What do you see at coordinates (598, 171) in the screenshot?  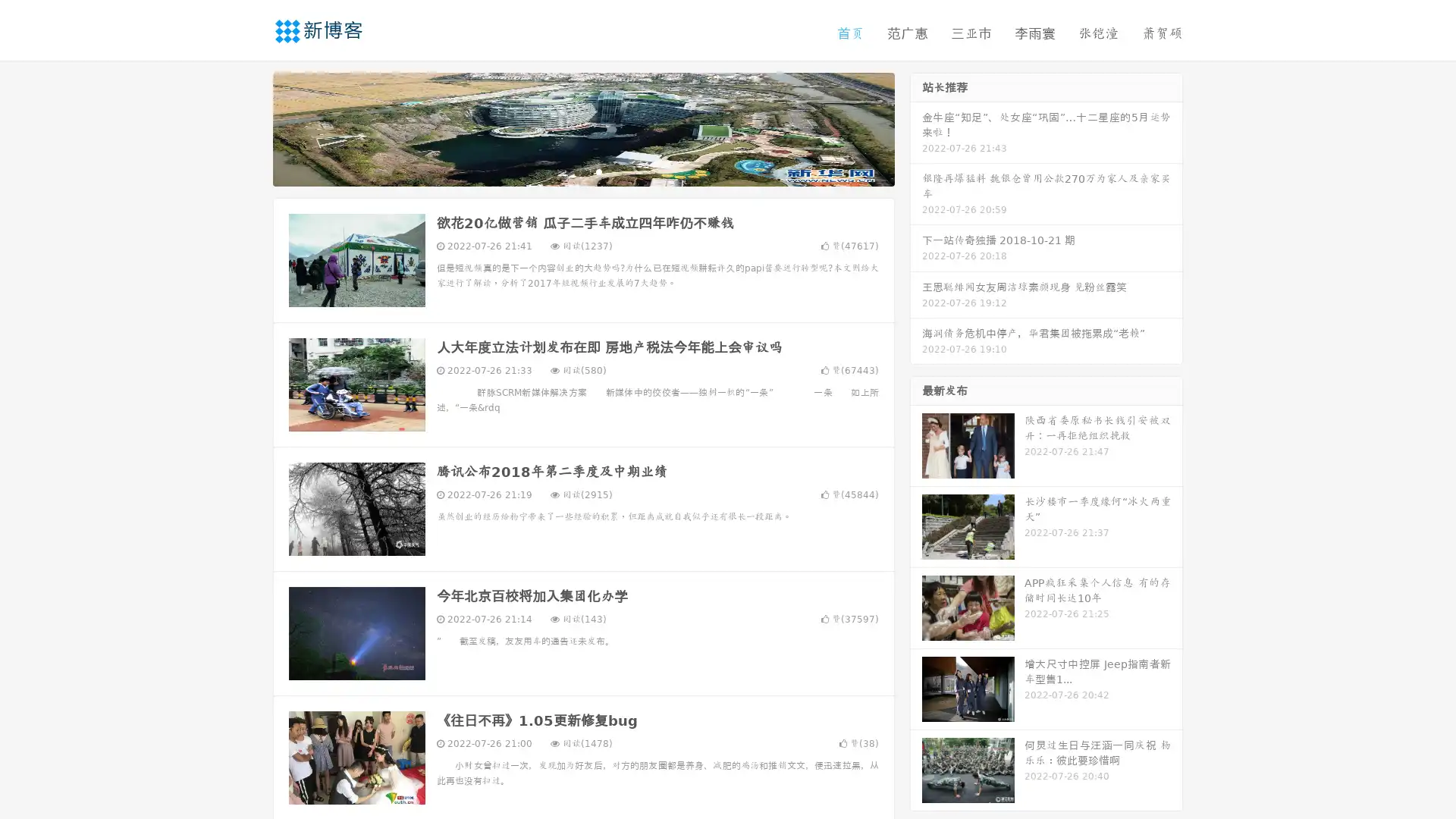 I see `Go to slide 3` at bounding box center [598, 171].